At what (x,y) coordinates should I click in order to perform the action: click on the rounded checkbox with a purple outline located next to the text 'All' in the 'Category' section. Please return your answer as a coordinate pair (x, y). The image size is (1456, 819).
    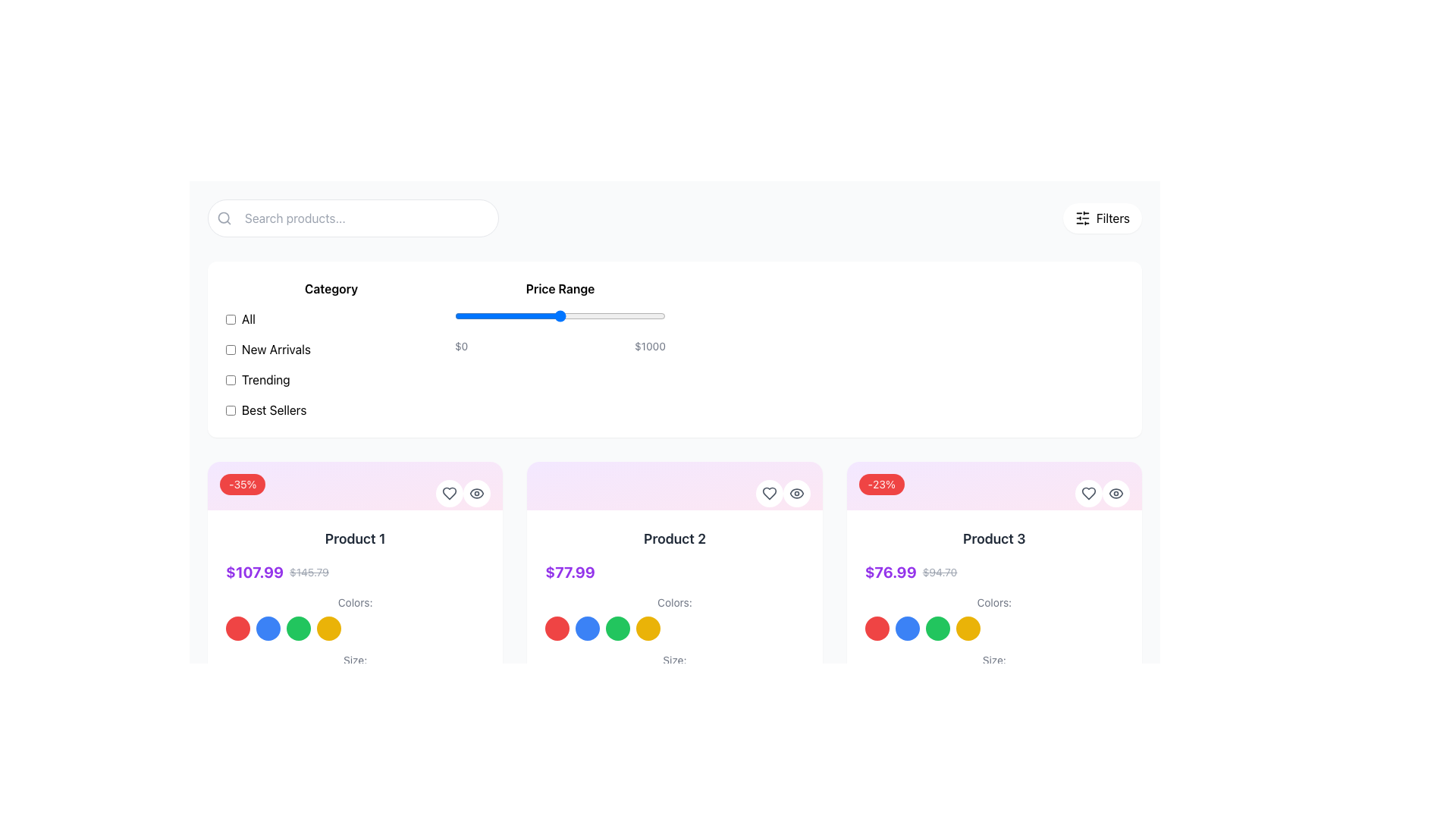
    Looking at the image, I should click on (230, 318).